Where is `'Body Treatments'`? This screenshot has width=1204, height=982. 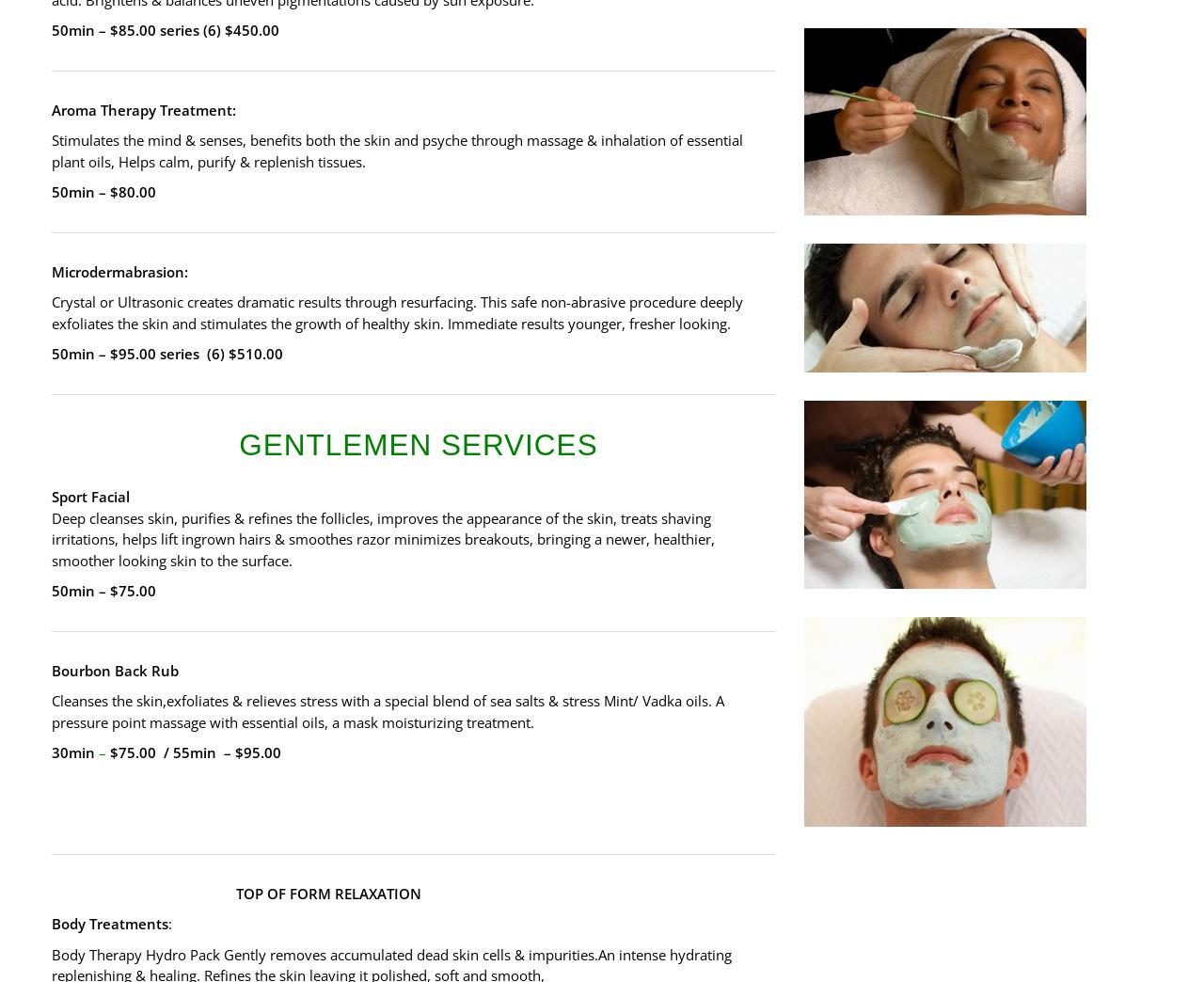 'Body Treatments' is located at coordinates (108, 923).